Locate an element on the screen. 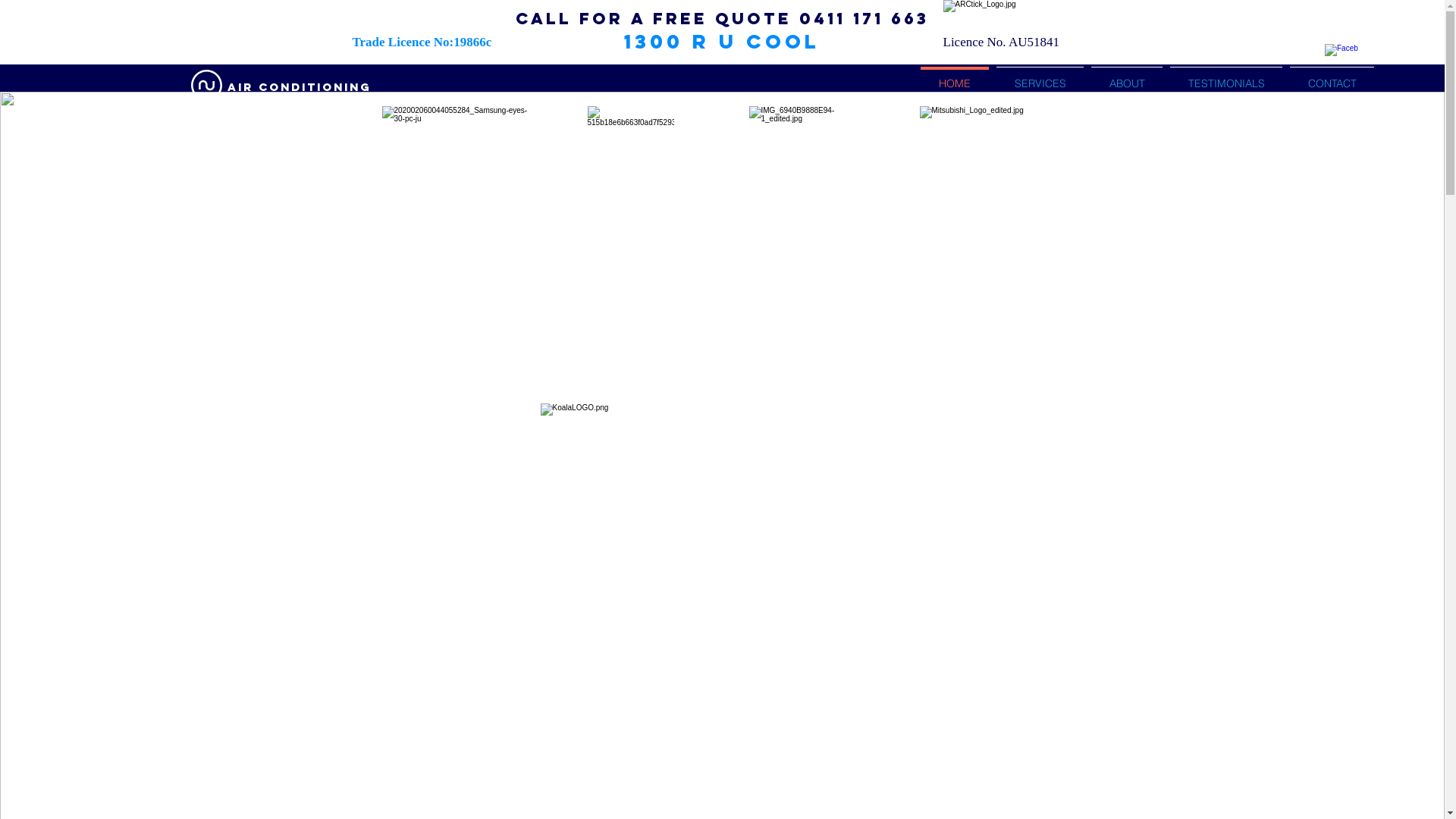 The height and width of the screenshot is (819, 1456). 'ABOUT' is located at coordinates (1127, 77).